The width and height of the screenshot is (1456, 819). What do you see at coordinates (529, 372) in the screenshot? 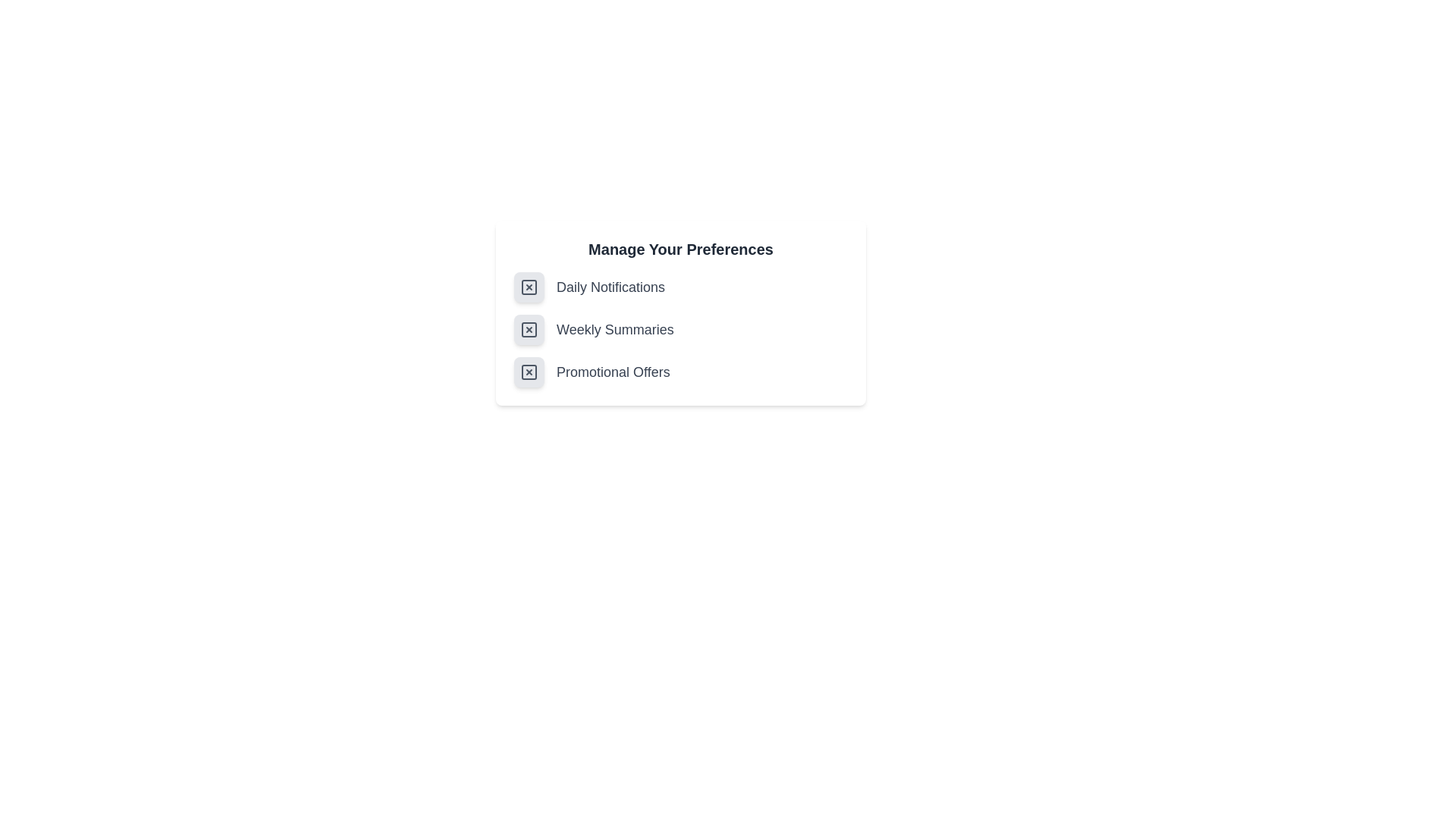
I see `the close icon located to the right of the text 'Promotional Offers' in the third row of the vertical list` at bounding box center [529, 372].